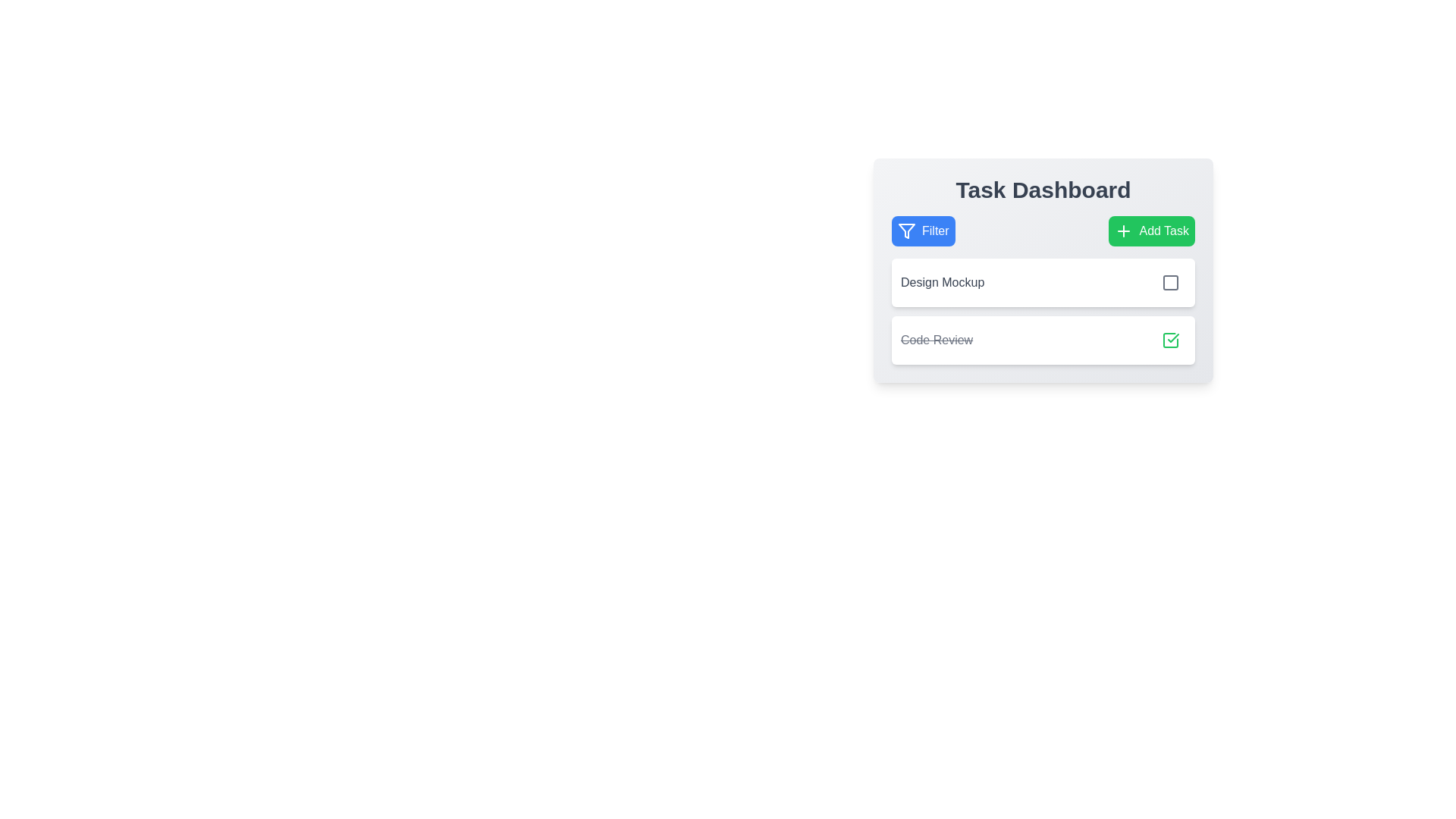  Describe the element at coordinates (1170, 283) in the screenshot. I see `the checkbox control for the 'Design Mockup' task` at that location.